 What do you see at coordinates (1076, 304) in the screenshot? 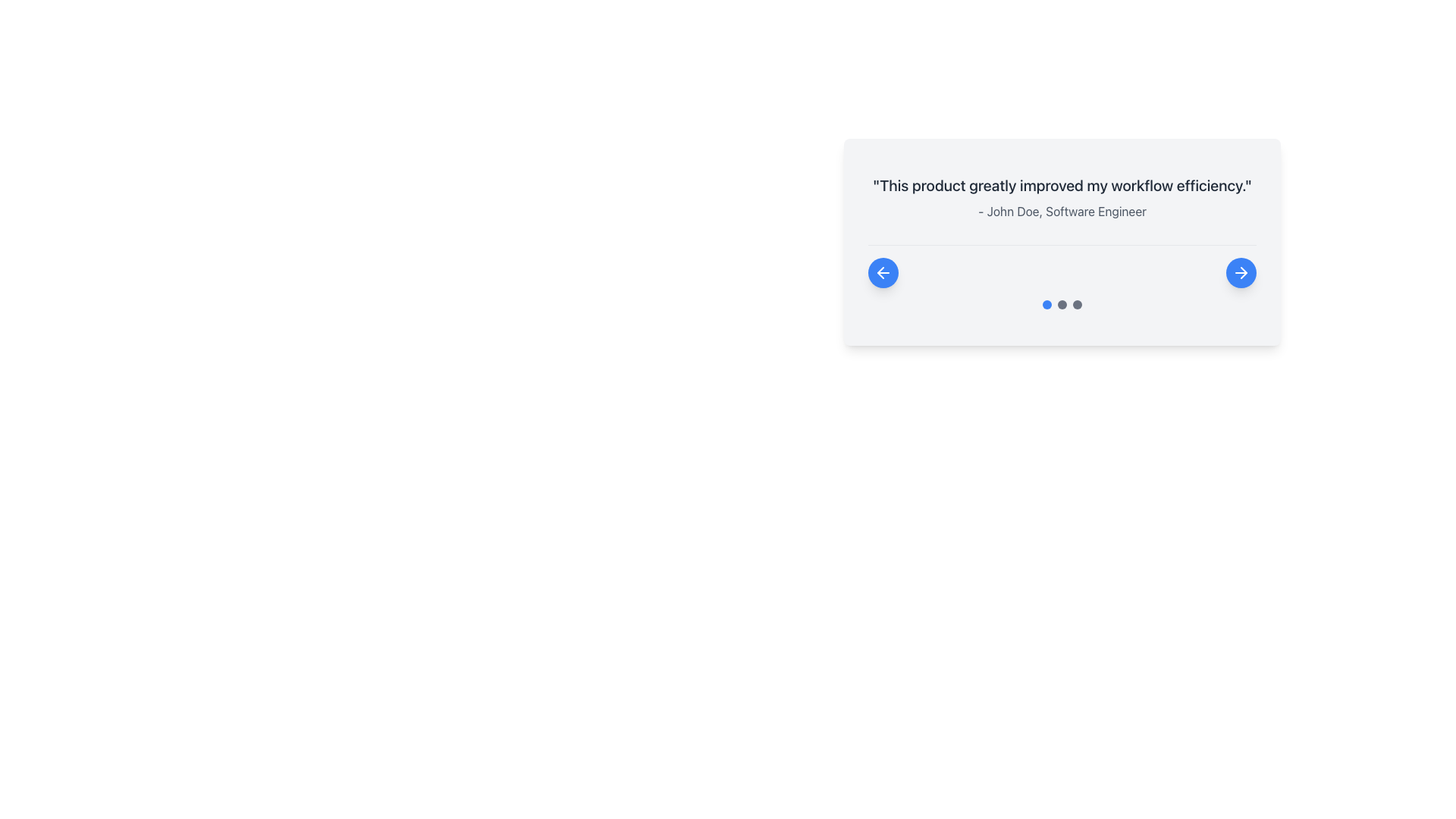
I see `on the third Dot indicator in the carousel navigation at the bottom of the rectangular card` at bounding box center [1076, 304].